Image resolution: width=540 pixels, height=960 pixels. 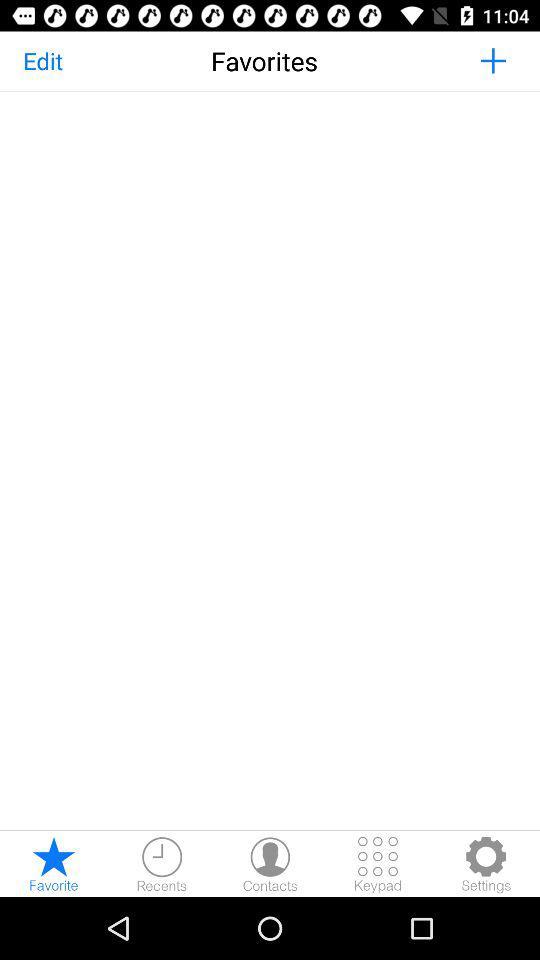 I want to click on keypad, so click(x=378, y=863).